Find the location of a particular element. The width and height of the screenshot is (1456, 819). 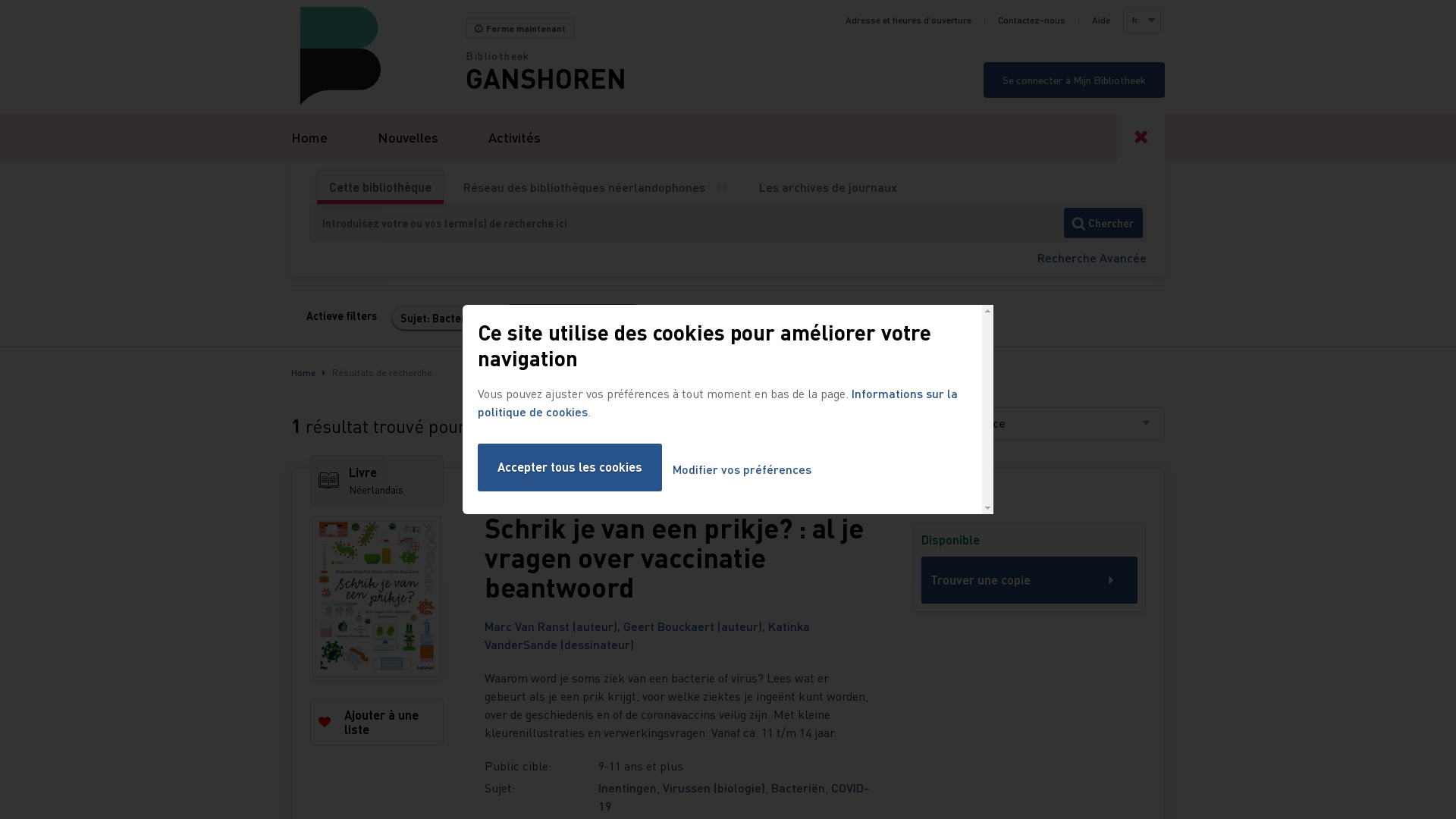

'fr' is located at coordinates (1140, 20).